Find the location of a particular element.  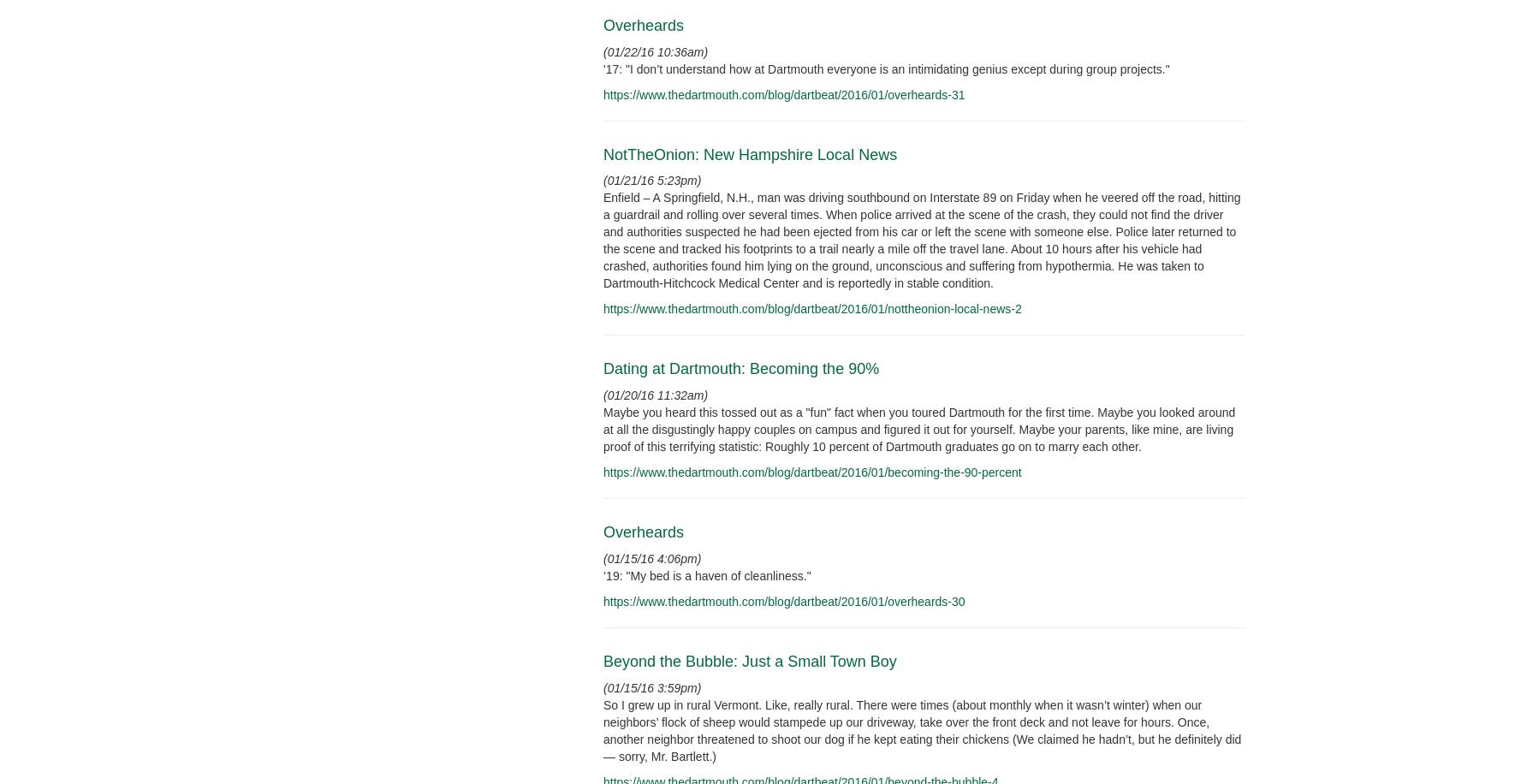

'https://www.thedartmouth.com/blog/dartbeat/2016/01/becoming-the-90-percent' is located at coordinates (811, 471).